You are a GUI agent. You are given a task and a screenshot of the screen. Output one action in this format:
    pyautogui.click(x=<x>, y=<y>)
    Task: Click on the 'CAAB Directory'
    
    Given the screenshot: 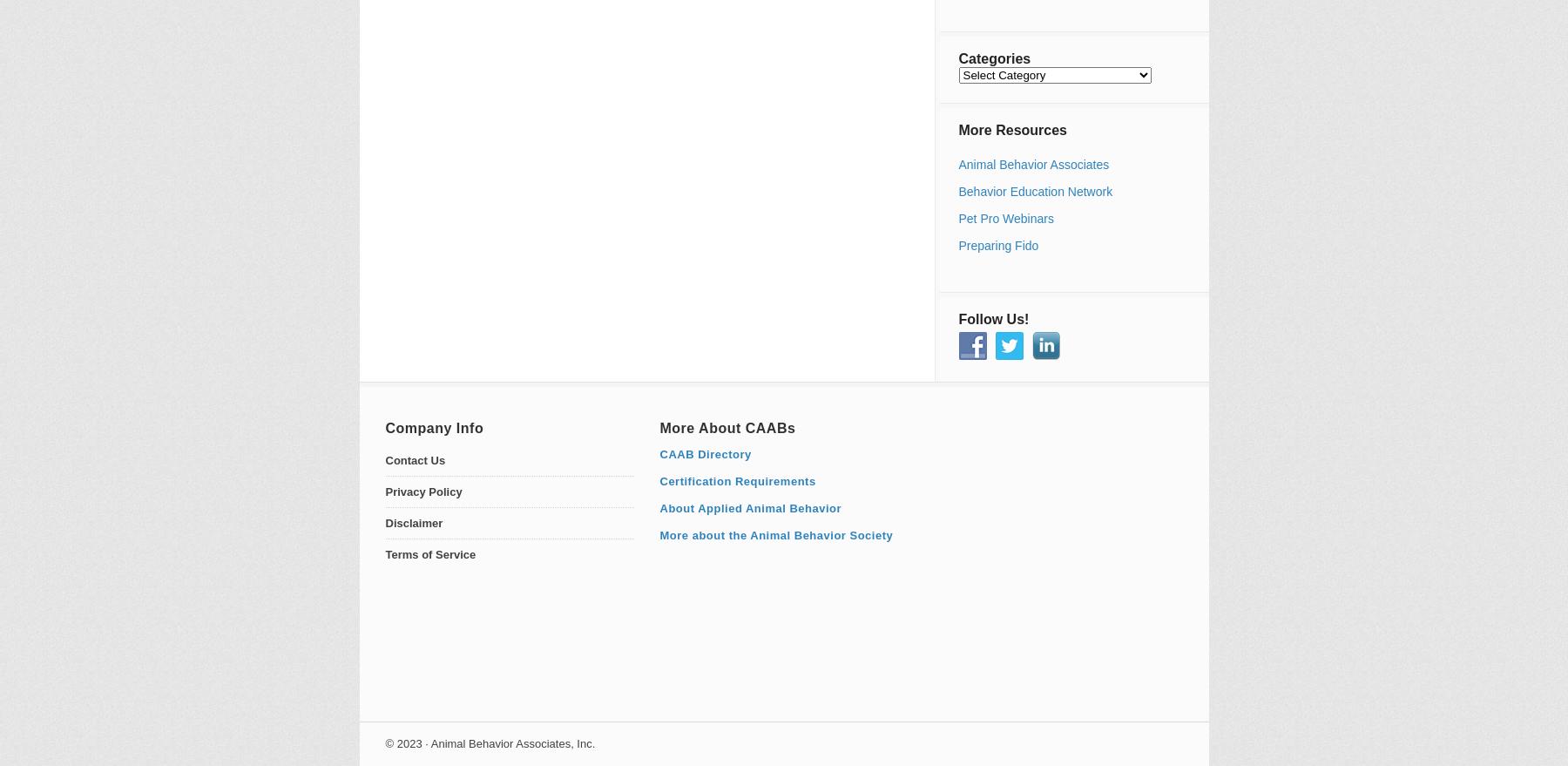 What is the action you would take?
    pyautogui.click(x=705, y=454)
    